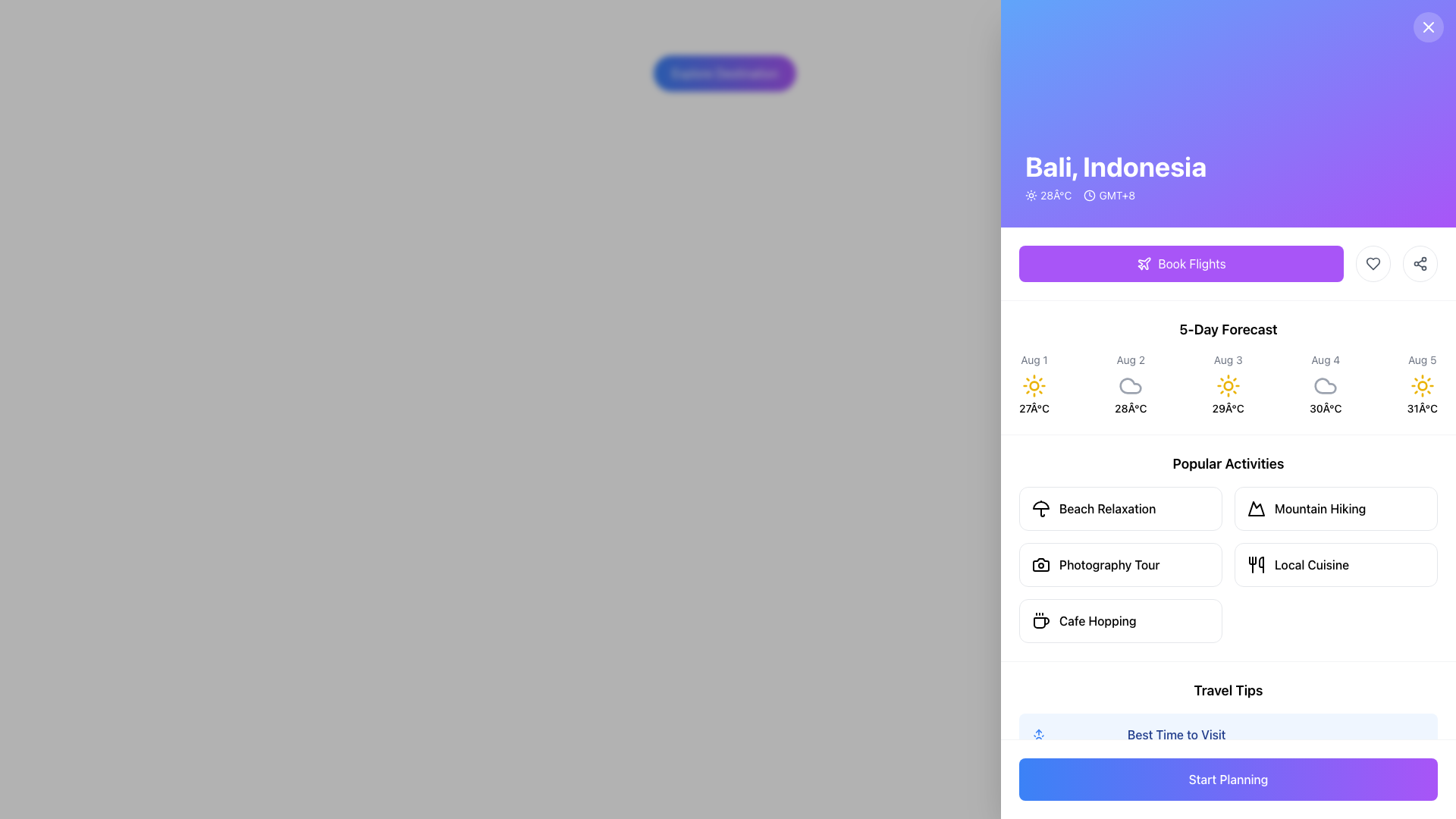 The width and height of the screenshot is (1456, 819). What do you see at coordinates (1256, 509) in the screenshot?
I see `the mountain icon representing the 'Mountain Hiking' option in the 'Popular Activities' section, which is the second option in the list` at bounding box center [1256, 509].